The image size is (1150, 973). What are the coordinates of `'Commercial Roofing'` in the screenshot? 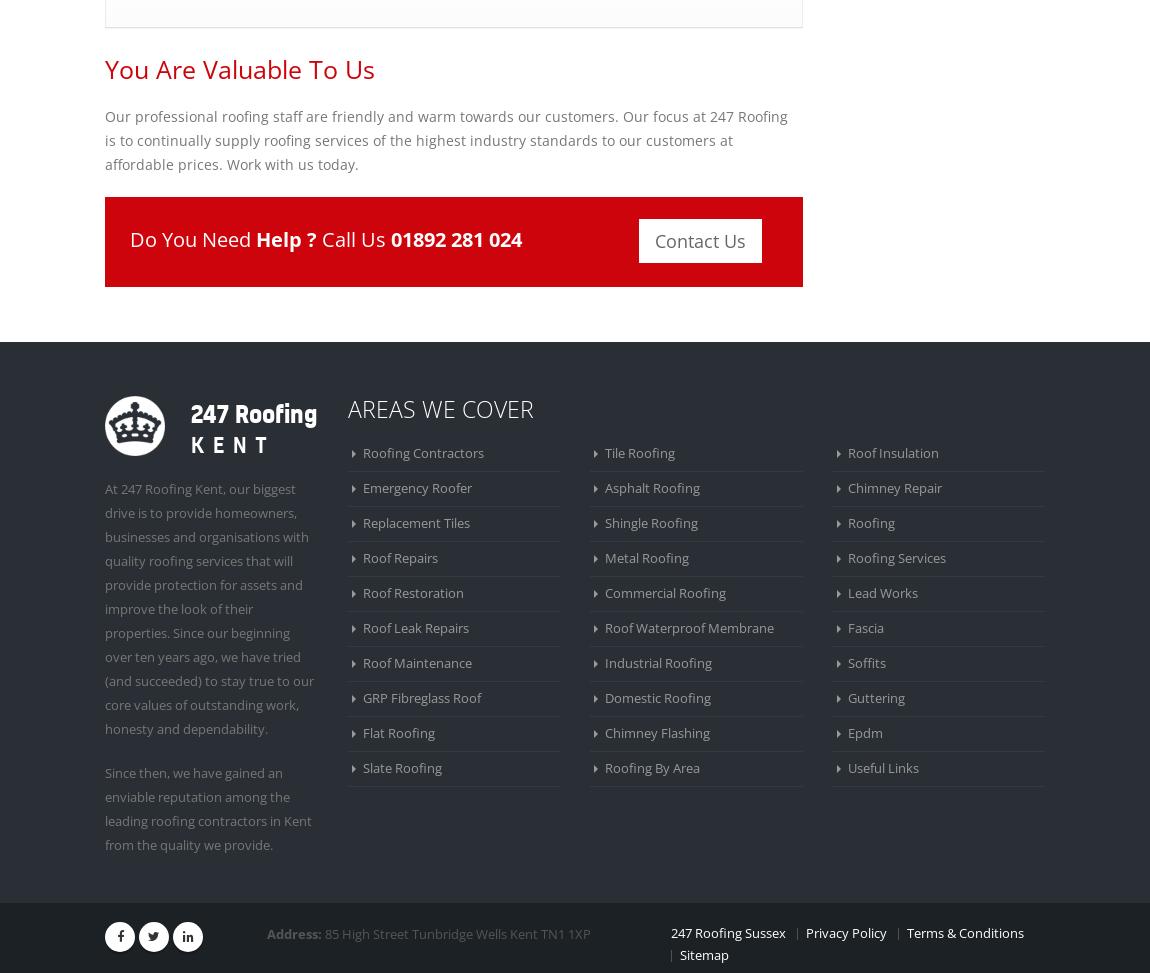 It's located at (664, 593).